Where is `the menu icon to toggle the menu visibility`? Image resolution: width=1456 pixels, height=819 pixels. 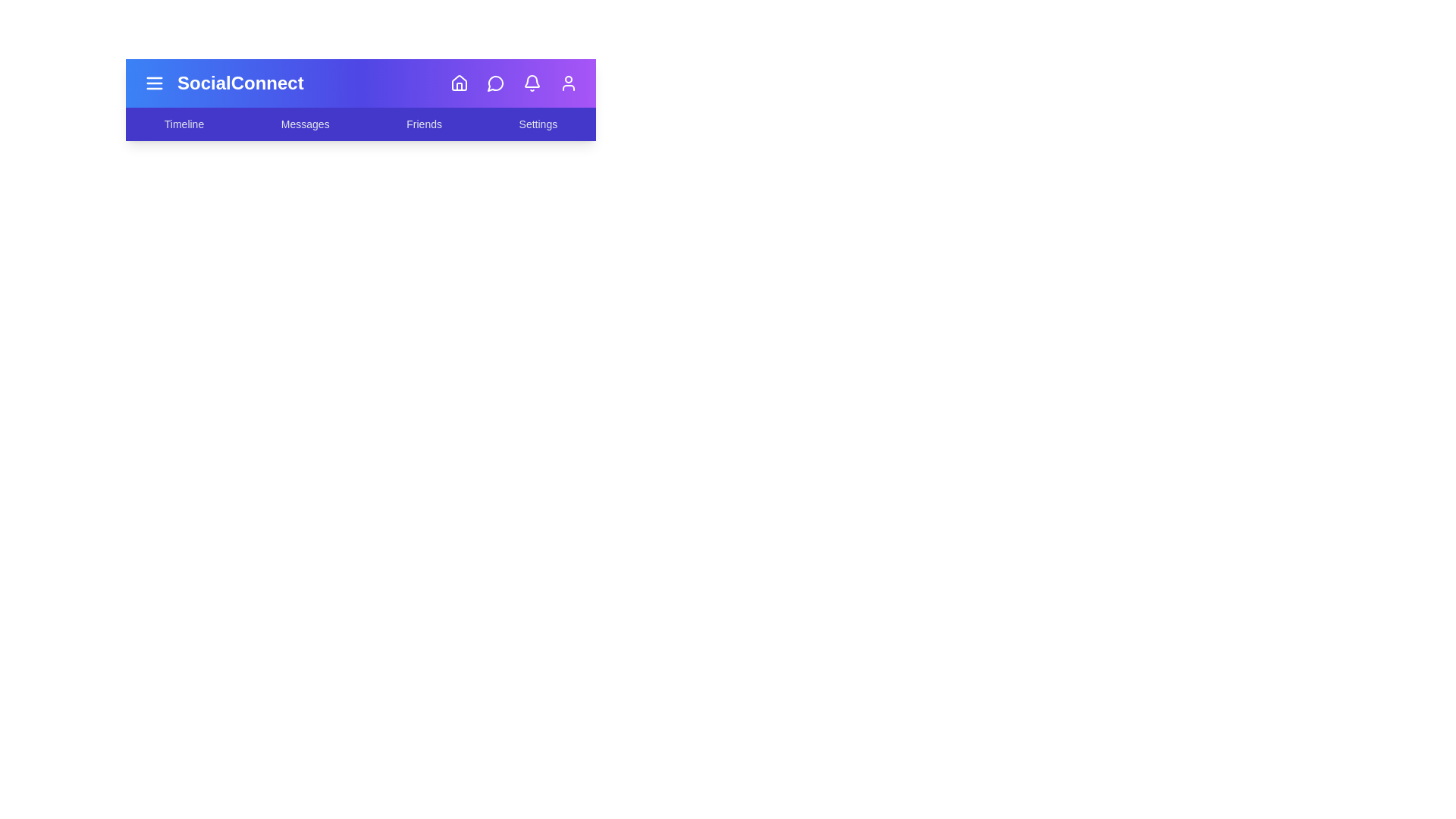
the menu icon to toggle the menu visibility is located at coordinates (154, 83).